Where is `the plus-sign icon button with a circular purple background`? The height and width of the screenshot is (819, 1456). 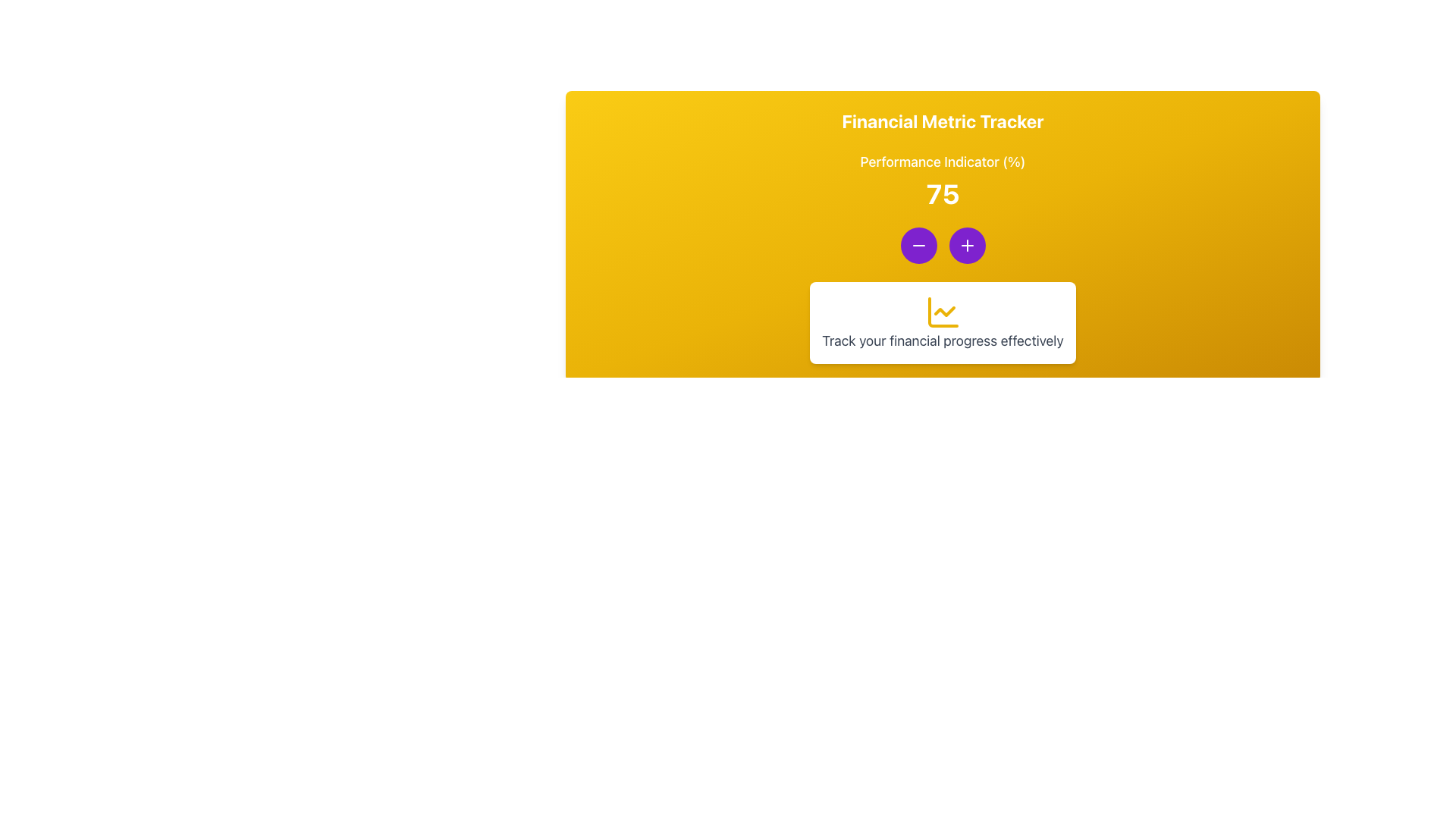
the plus-sign icon button with a circular purple background is located at coordinates (966, 245).